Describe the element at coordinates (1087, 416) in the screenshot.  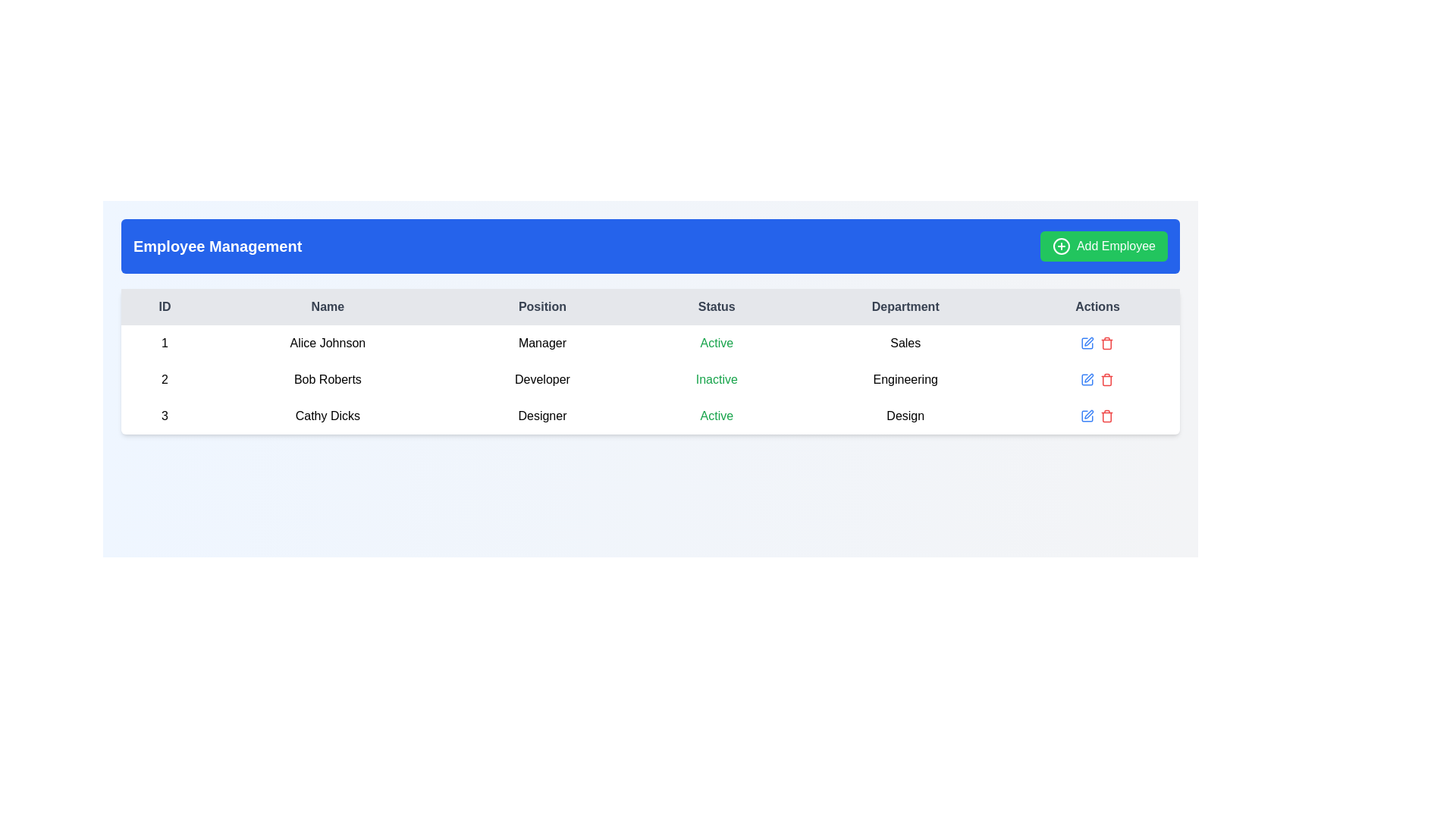
I see `the edit button located in the 'Actions' column of the last row of the table, which is the first icon to the left of a red trash bin icon` at that location.